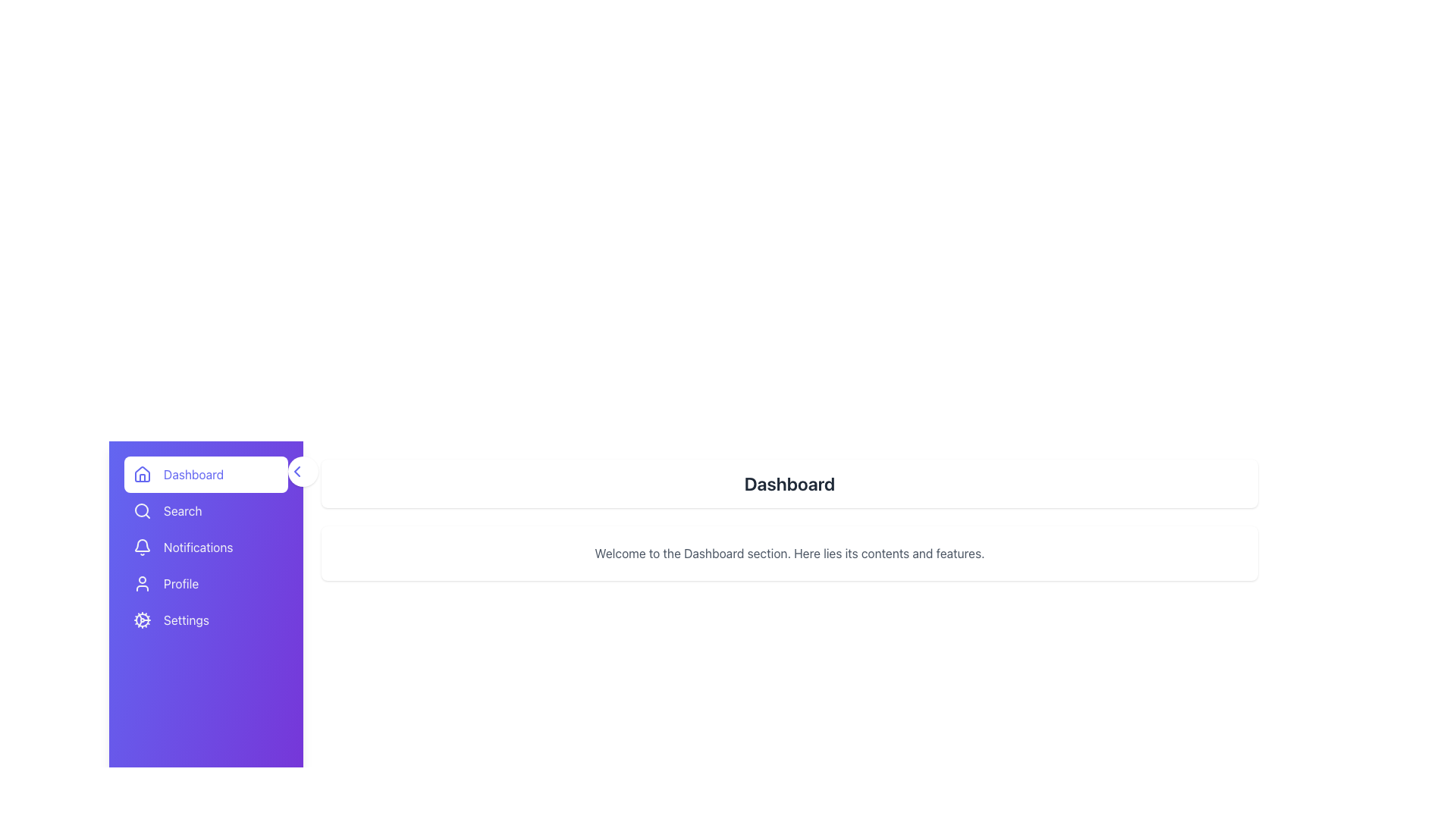 This screenshot has height=819, width=1456. I want to click on the 'Settings' button with a purple background and a cogwheel icon, located as the fifth item in the vertical list of buttons in the side navigation bar, so click(206, 620).